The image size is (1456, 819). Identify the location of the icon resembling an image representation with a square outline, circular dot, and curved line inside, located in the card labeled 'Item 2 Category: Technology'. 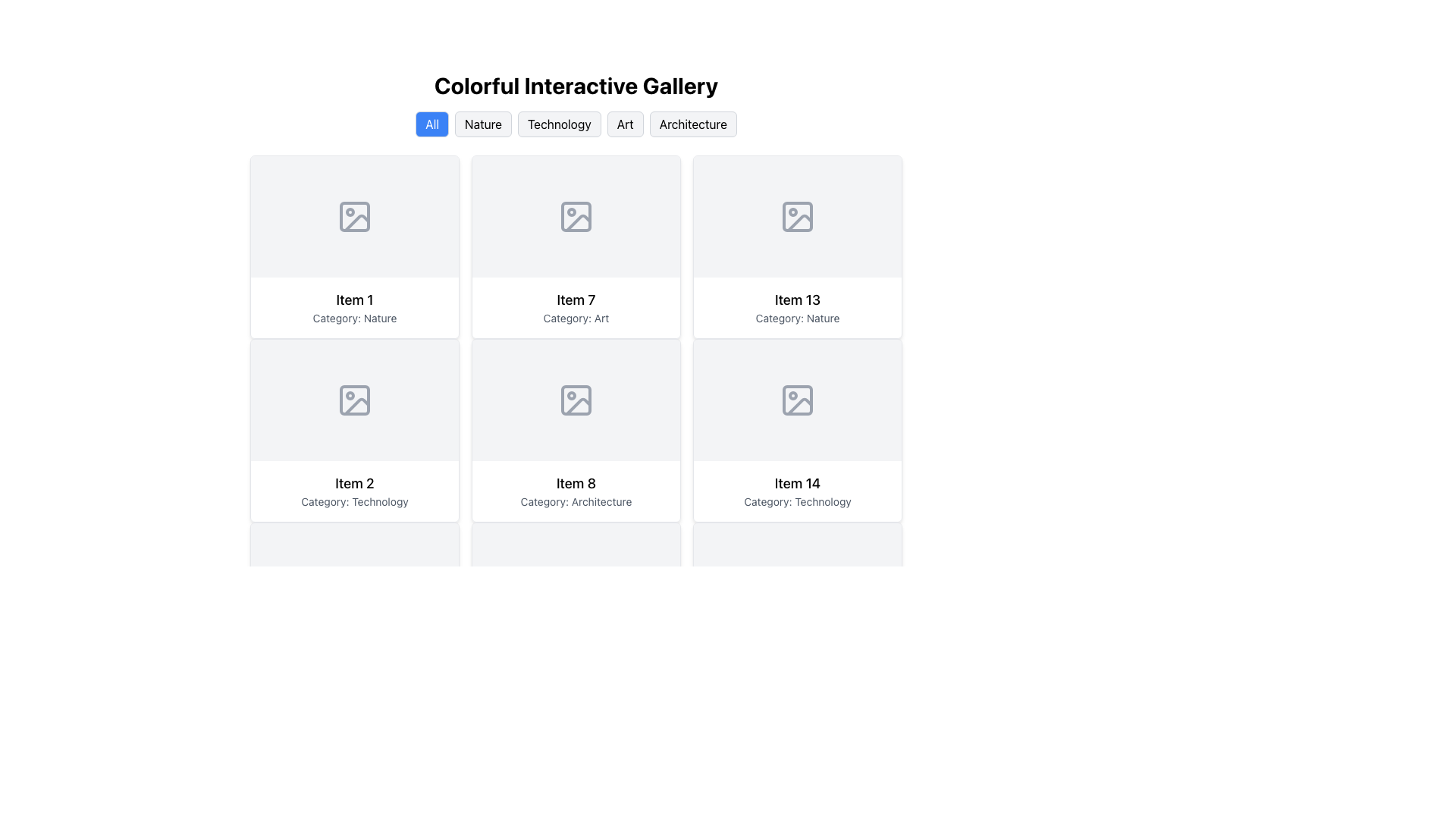
(353, 400).